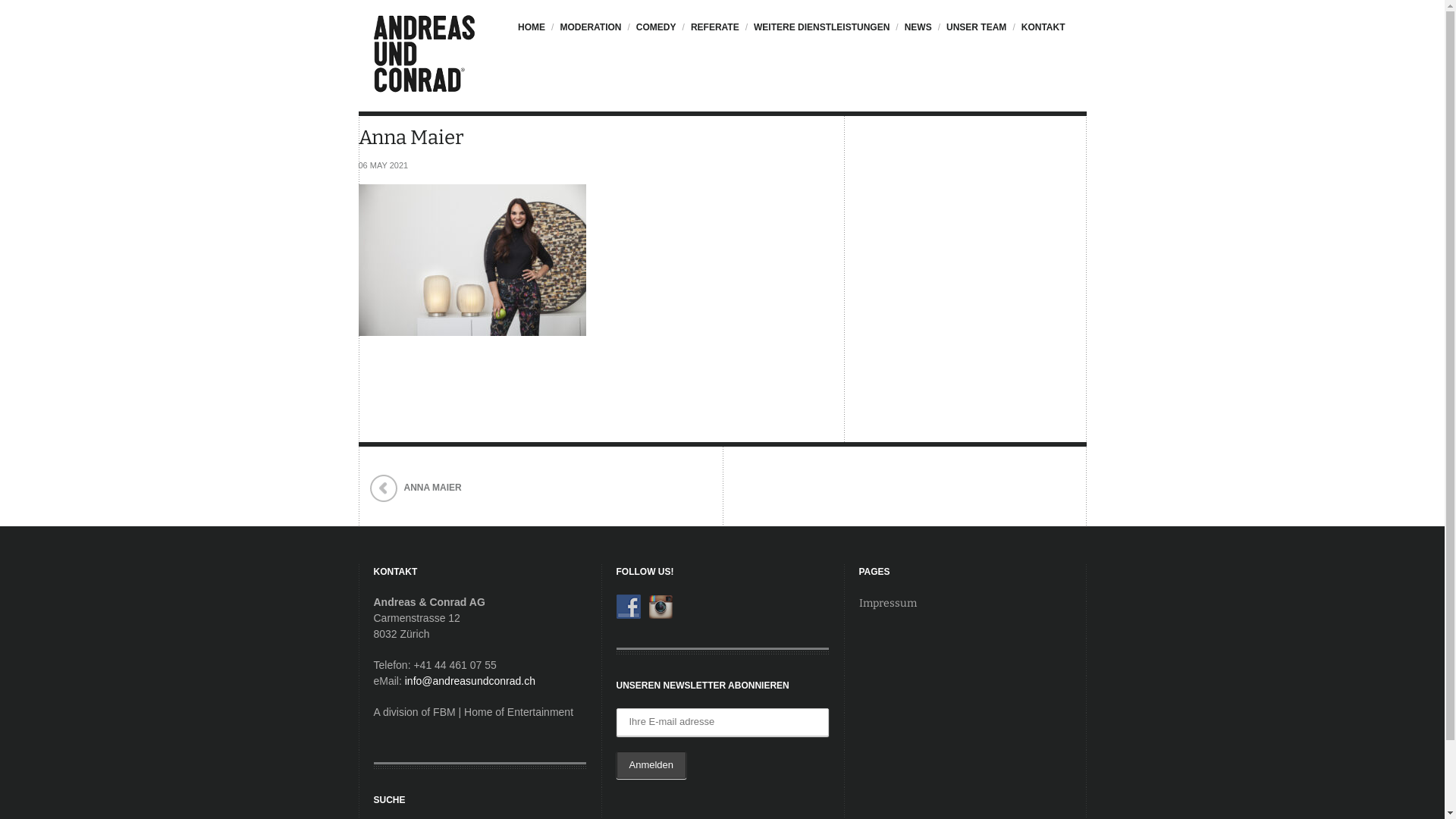  Describe the element at coordinates (713, 34) in the screenshot. I see `'REFERATE'` at that location.